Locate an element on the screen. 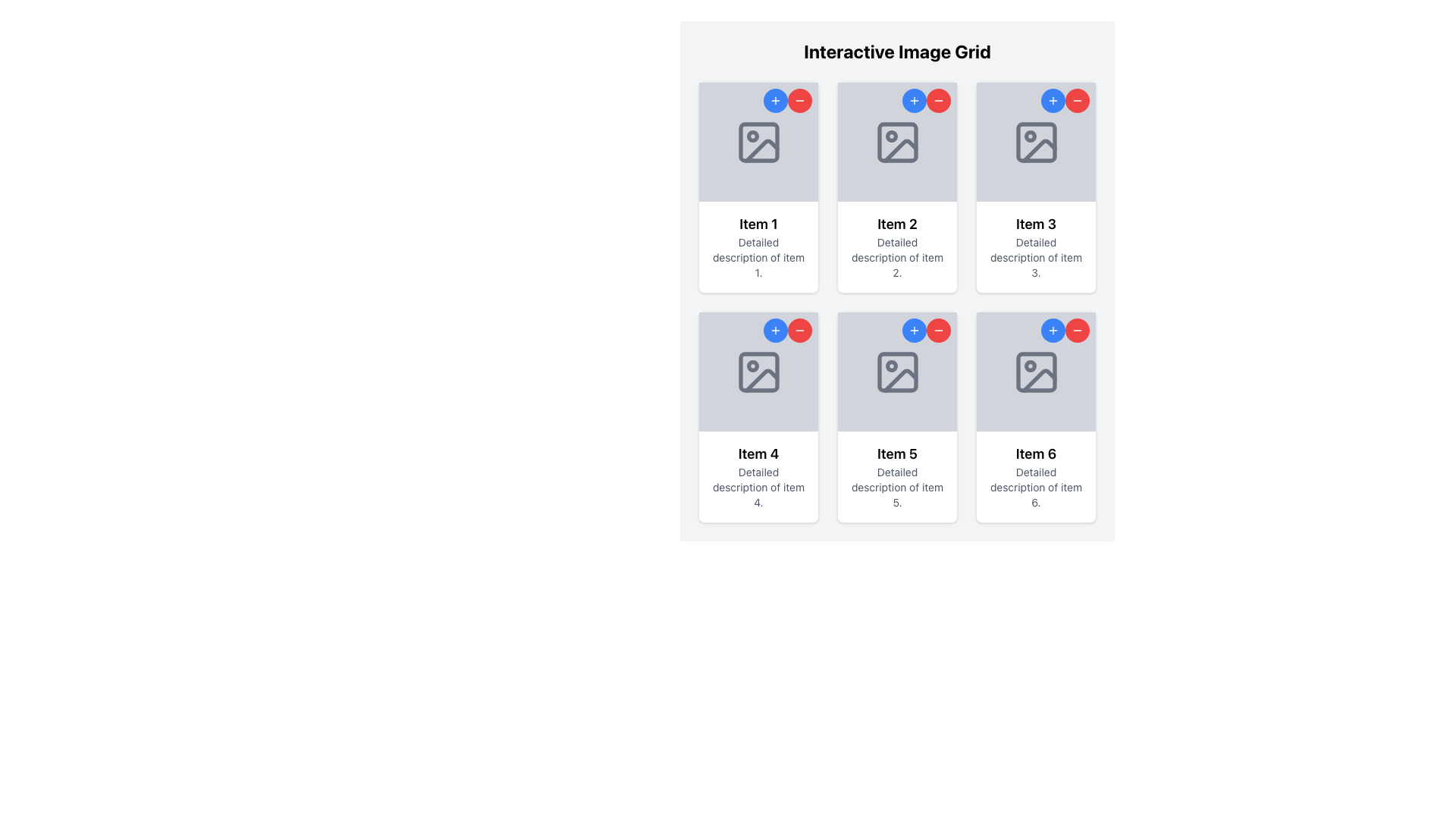 The image size is (1456, 819). the small rectangular background shape with rounded corners in the SVG icon located in the center of the card labeled 'Item 5' is located at coordinates (897, 372).